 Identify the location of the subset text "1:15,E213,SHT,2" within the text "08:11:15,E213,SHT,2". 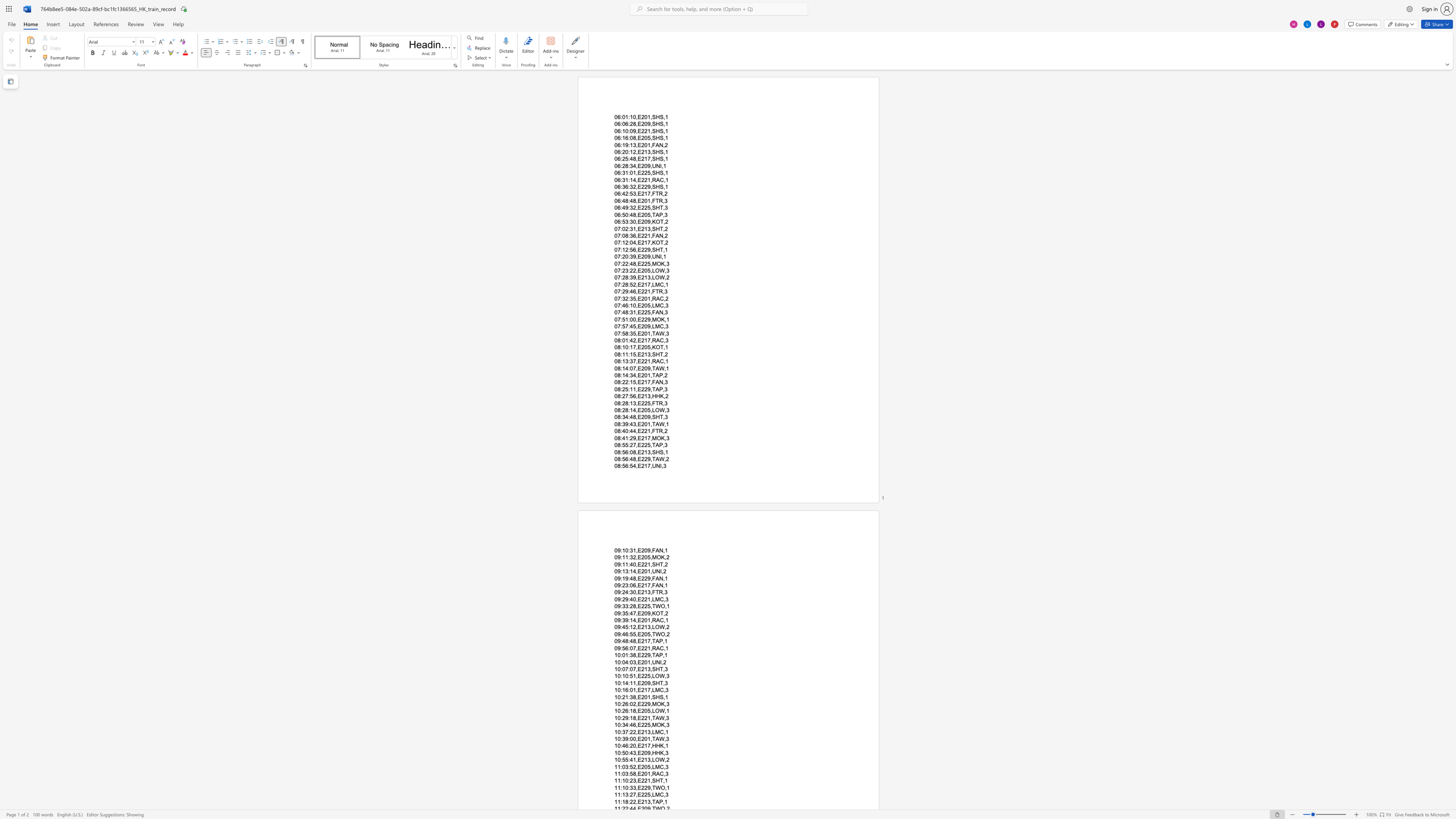
(625, 354).